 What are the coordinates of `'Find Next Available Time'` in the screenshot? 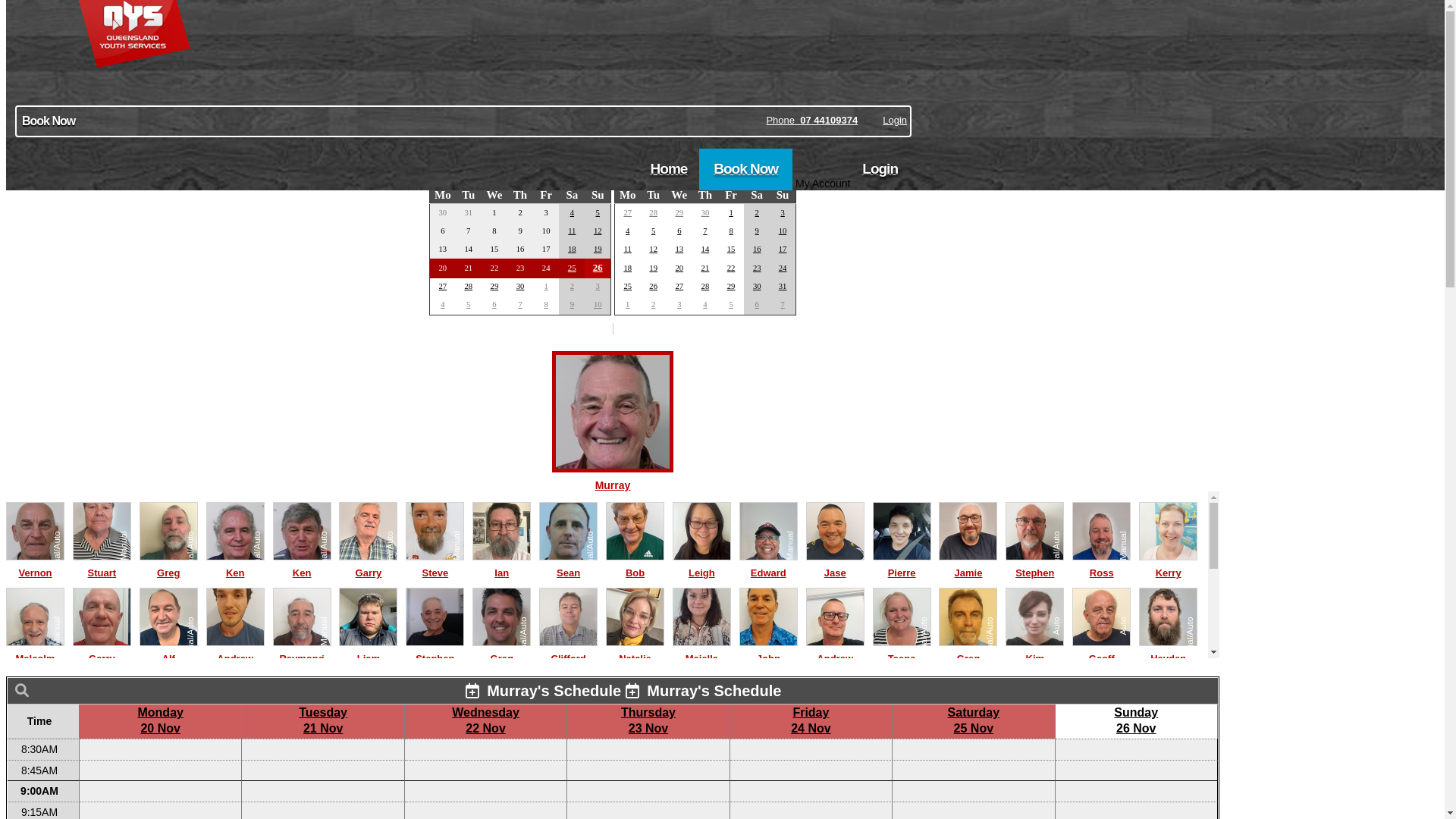 It's located at (612, 122).